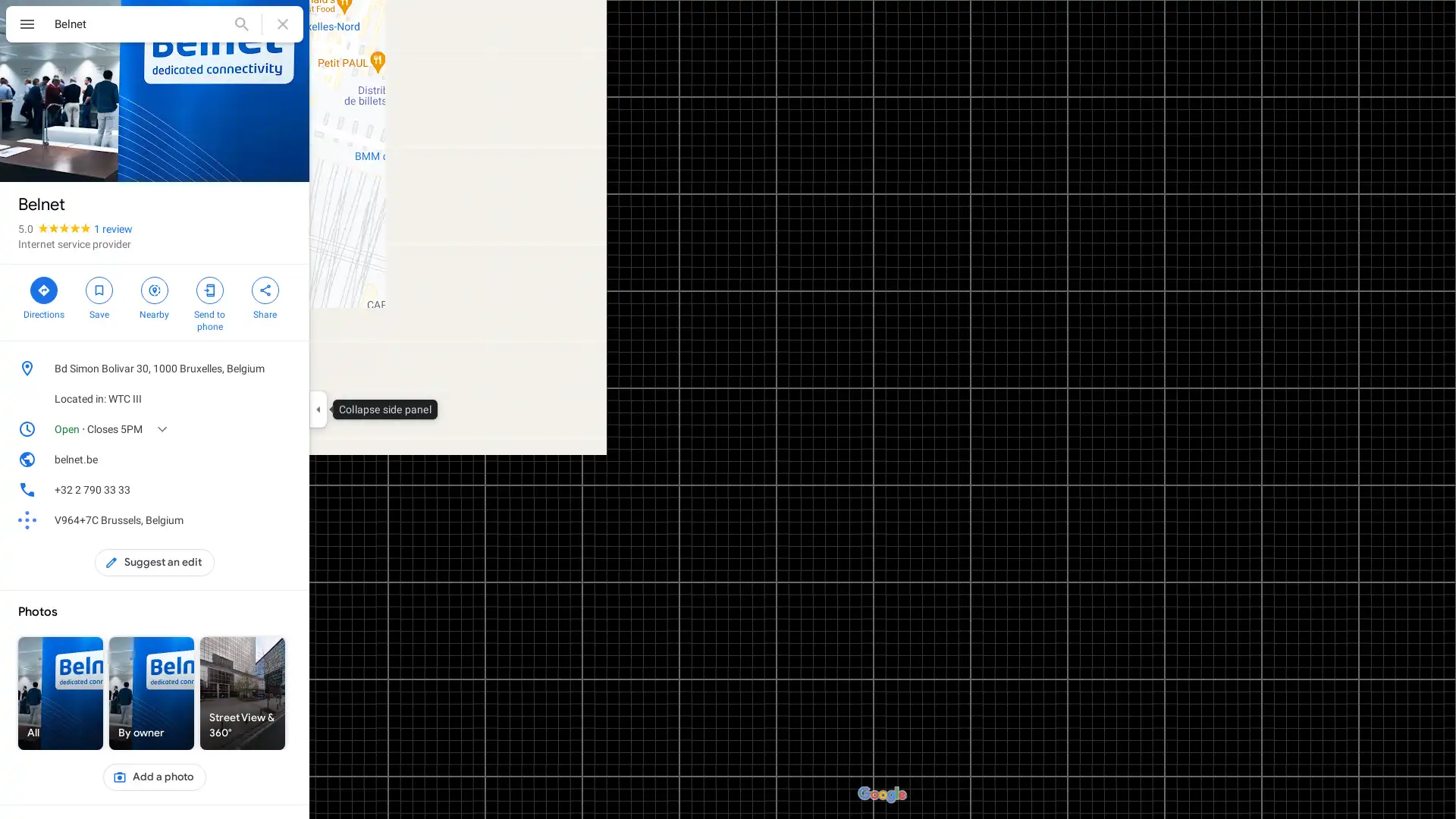 The height and width of the screenshot is (819, 1456). What do you see at coordinates (261, 458) in the screenshot?
I see `Open website` at bounding box center [261, 458].